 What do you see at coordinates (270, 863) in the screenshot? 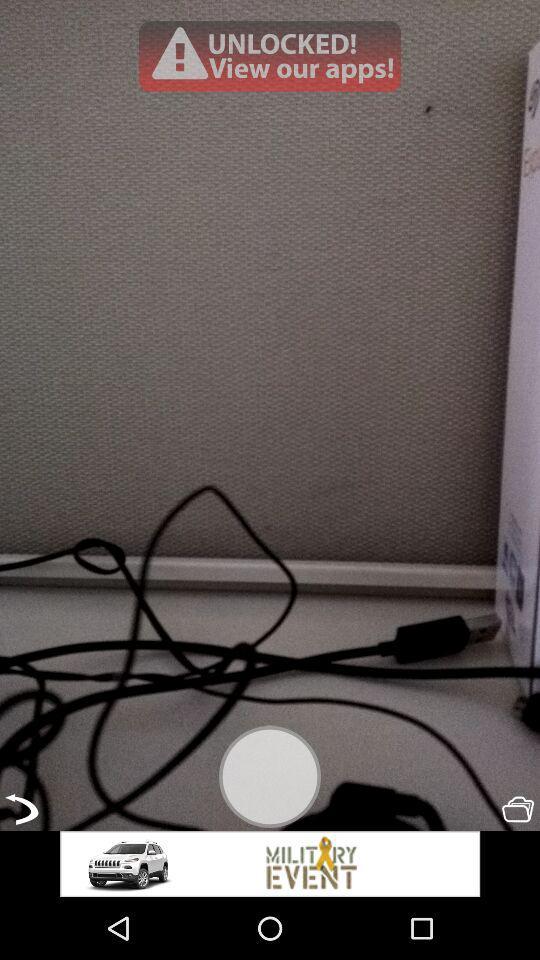
I see `advertising` at bounding box center [270, 863].